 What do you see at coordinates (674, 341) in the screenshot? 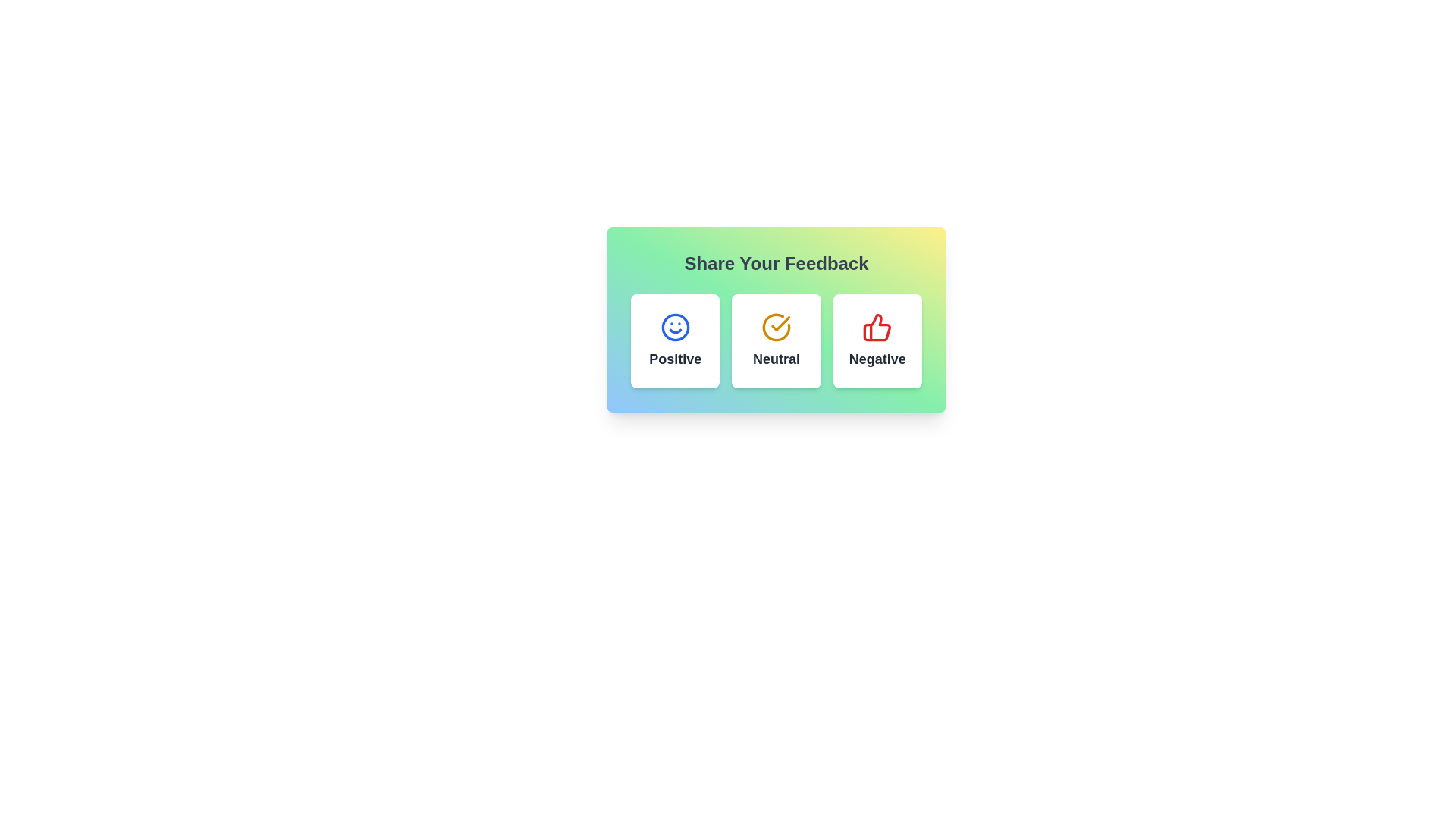
I see `the first button for positive feedback located within the 'Share Your Feedback' section` at bounding box center [674, 341].